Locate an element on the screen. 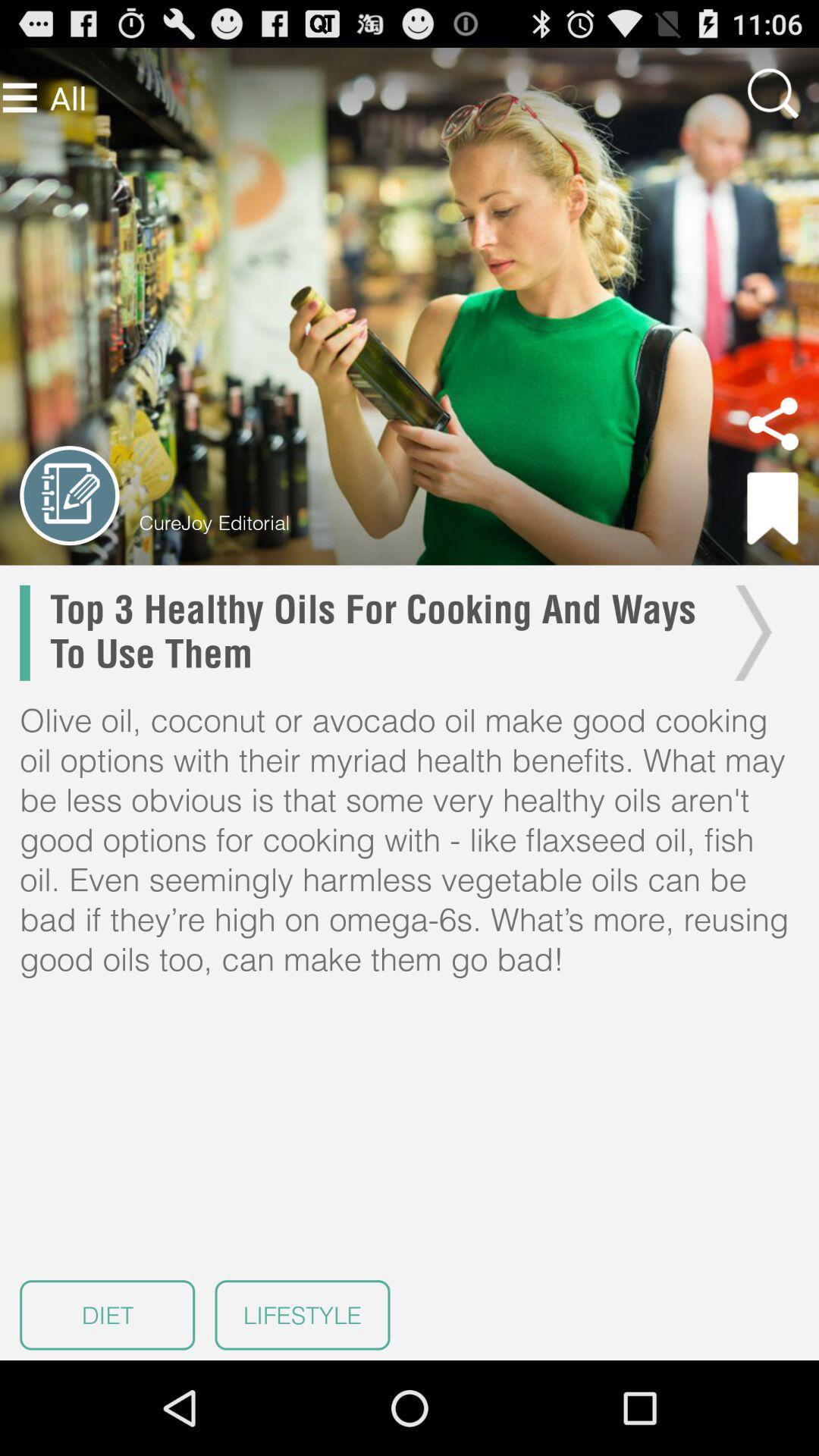 The image size is (819, 1456). item above the olive oil coconut icon is located at coordinates (375, 632).